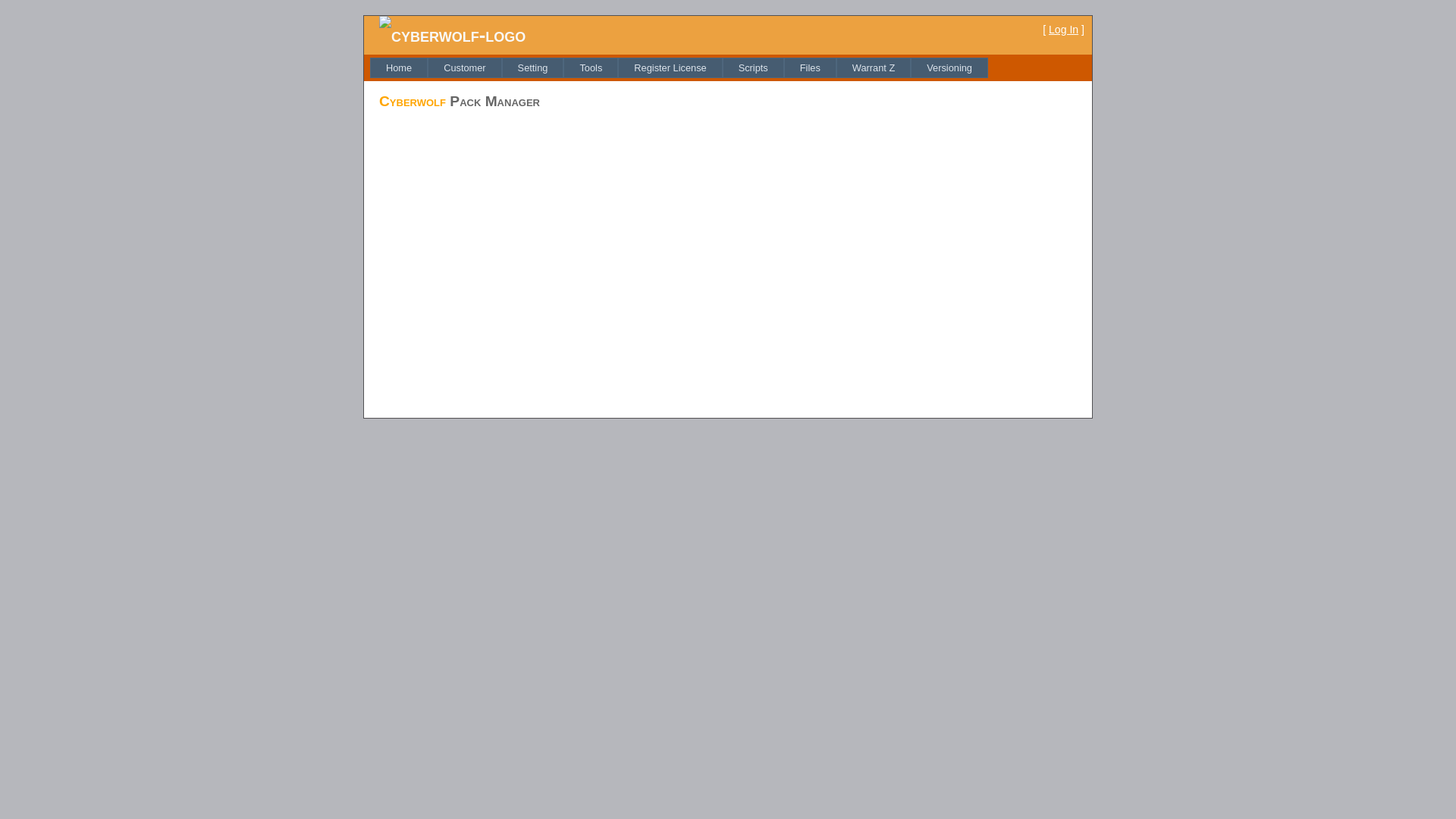  What do you see at coordinates (836, 67) in the screenshot?
I see `'Warrant Z'` at bounding box center [836, 67].